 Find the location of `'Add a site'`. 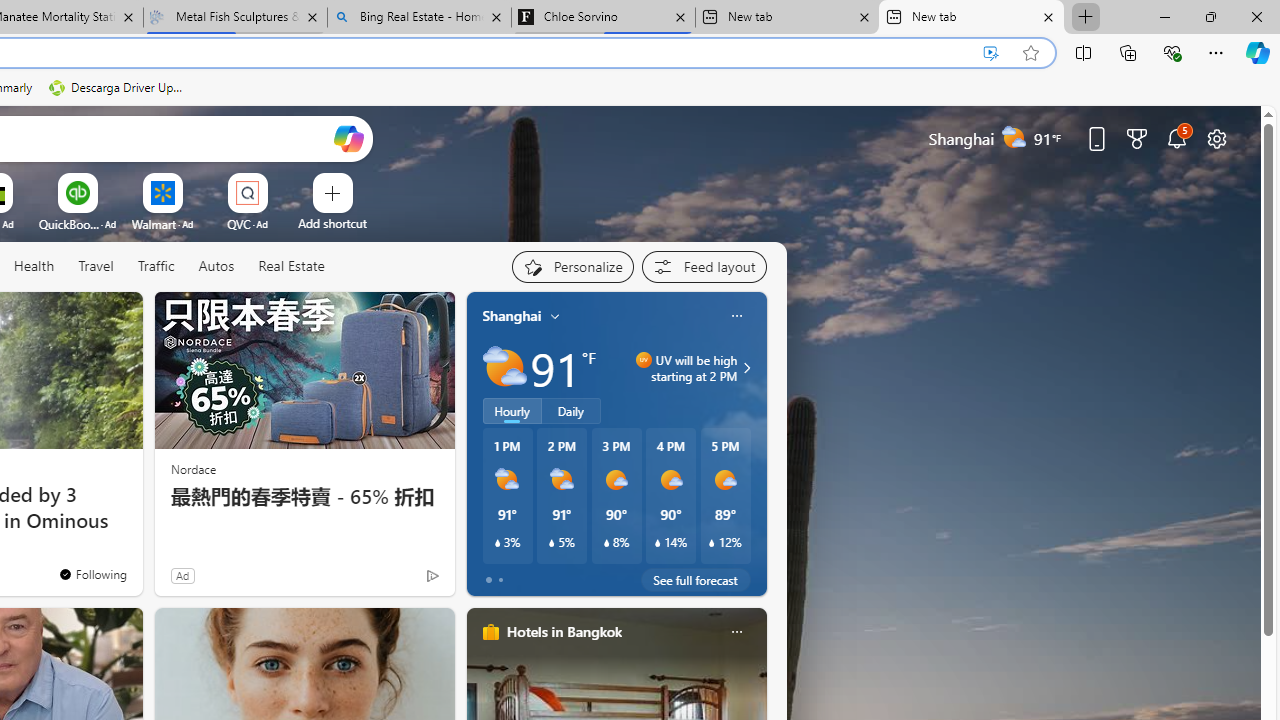

'Add a site' is located at coordinates (332, 223).